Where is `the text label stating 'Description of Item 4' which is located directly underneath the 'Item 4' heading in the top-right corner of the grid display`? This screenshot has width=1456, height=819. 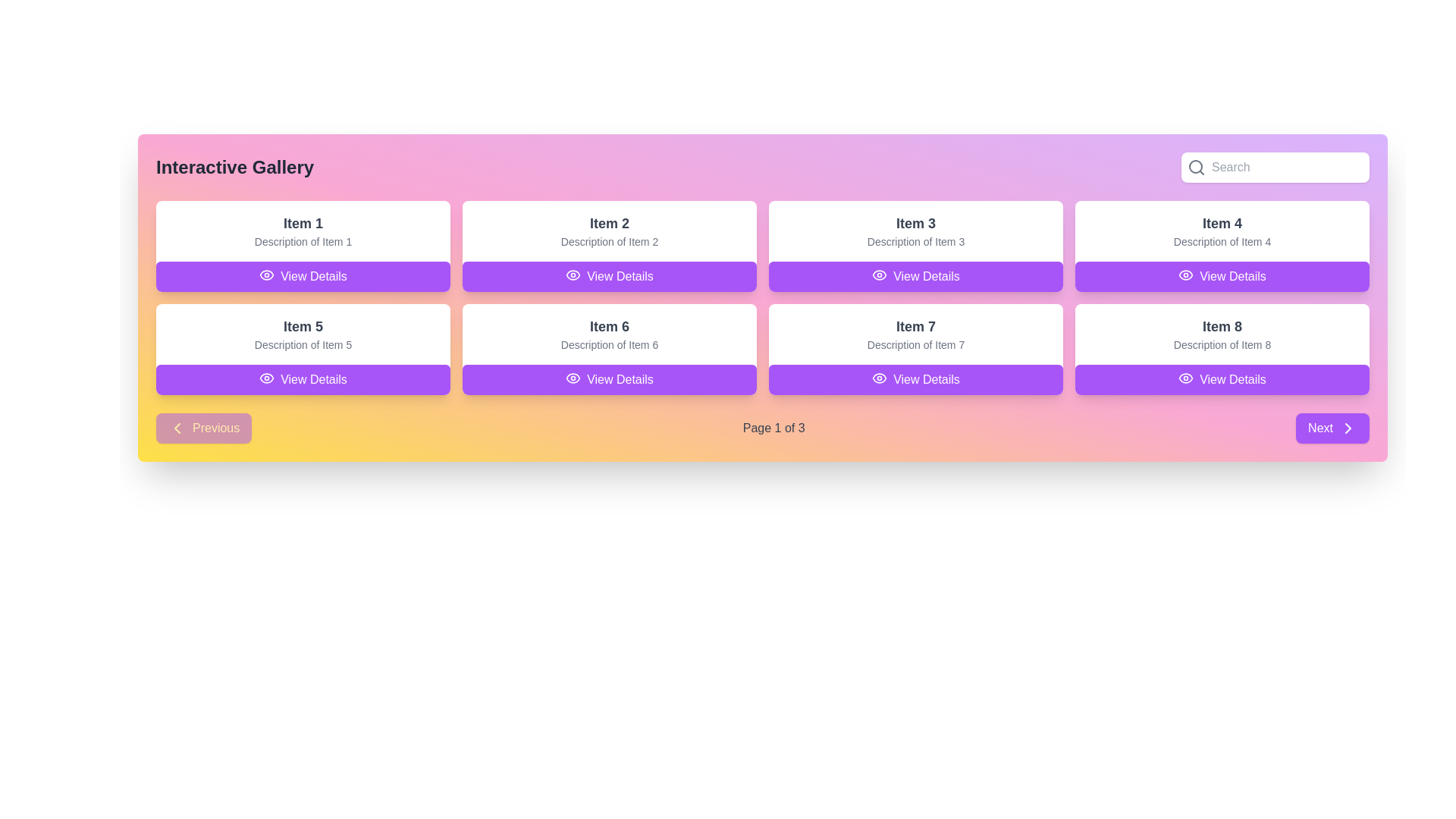
the text label stating 'Description of Item 4' which is located directly underneath the 'Item 4' heading in the top-right corner of the grid display is located at coordinates (1222, 241).